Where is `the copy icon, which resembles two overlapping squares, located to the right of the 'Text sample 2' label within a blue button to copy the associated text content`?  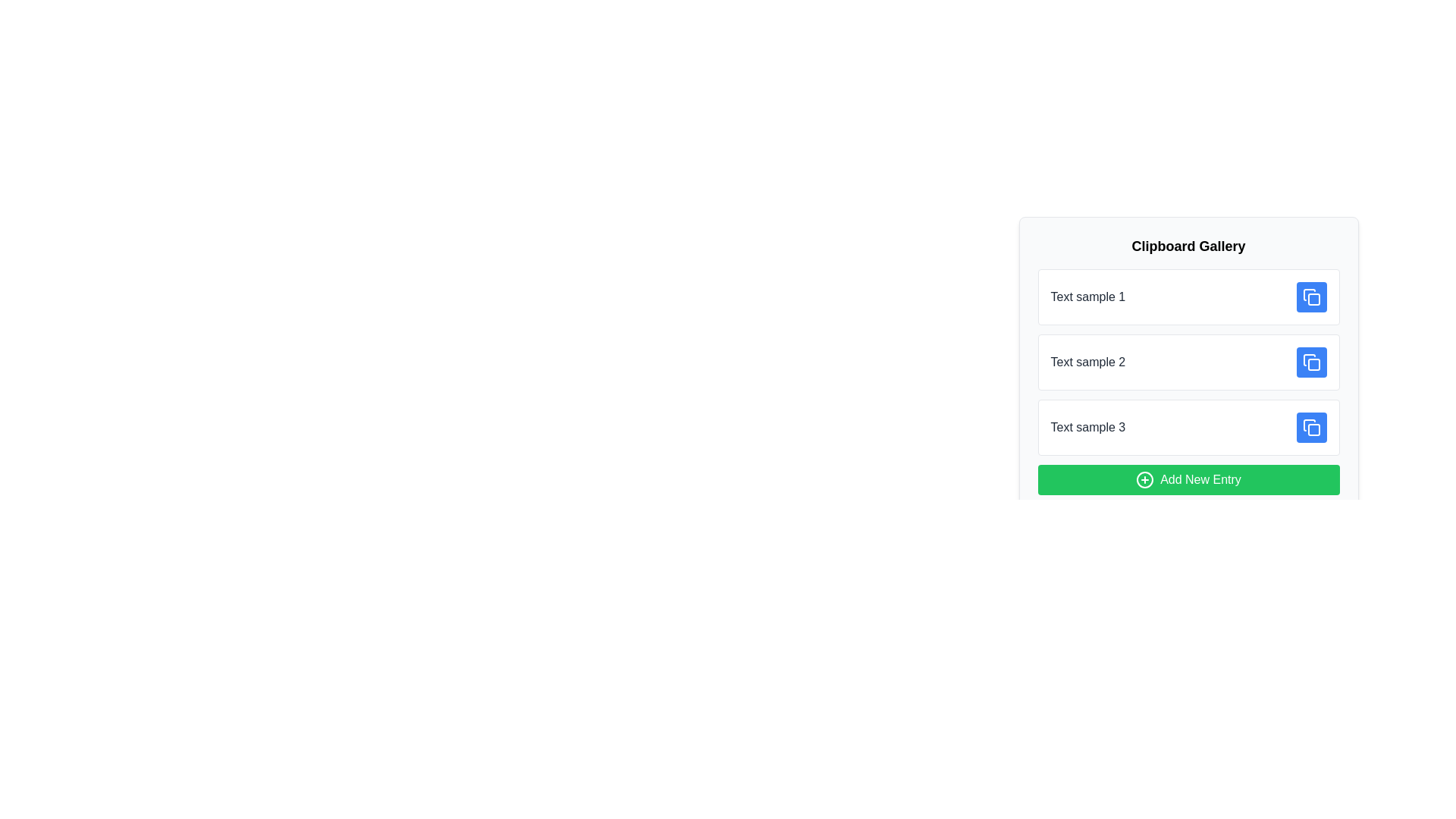
the copy icon, which resembles two overlapping squares, located to the right of the 'Text sample 2' label within a blue button to copy the associated text content is located at coordinates (1310, 362).